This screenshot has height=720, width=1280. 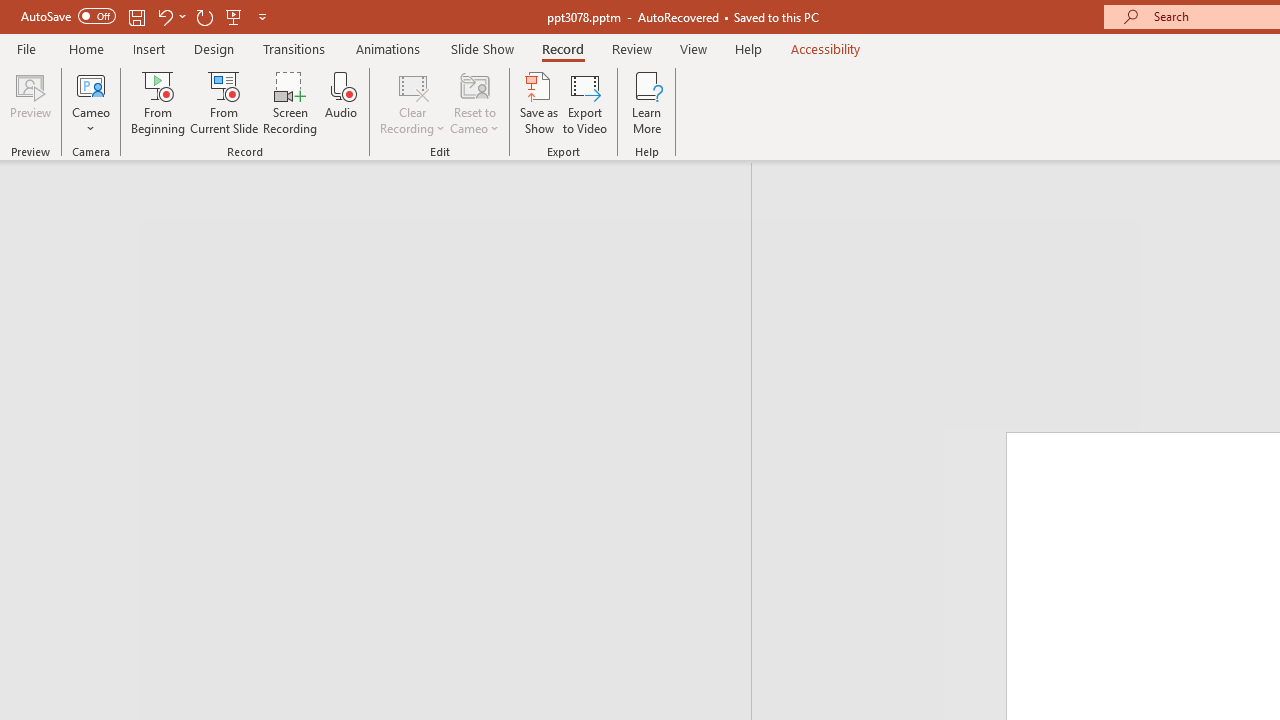 I want to click on 'File Tab', so click(x=26, y=47).